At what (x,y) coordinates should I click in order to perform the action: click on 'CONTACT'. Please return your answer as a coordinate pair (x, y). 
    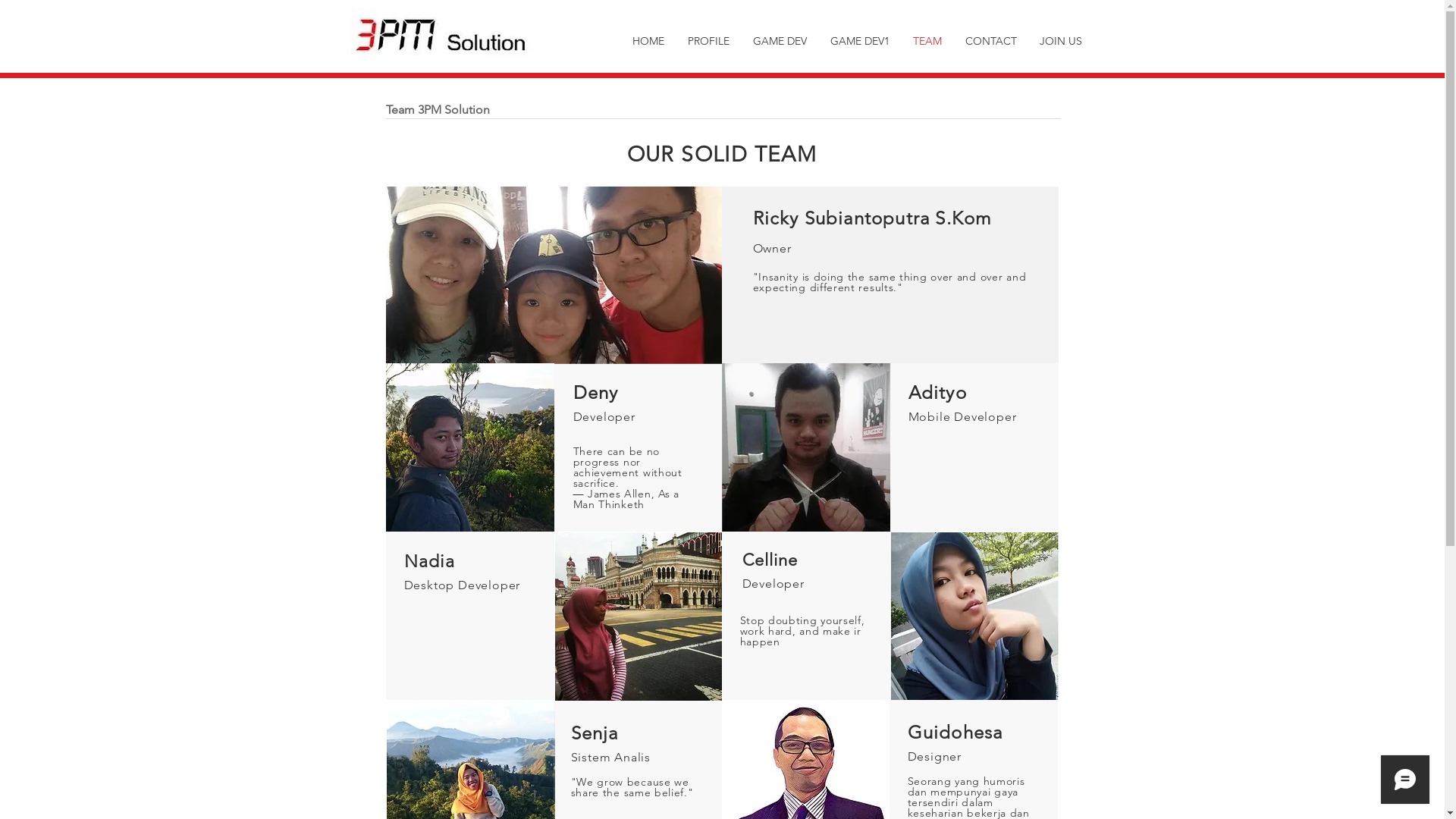
    Looking at the image, I should click on (990, 40).